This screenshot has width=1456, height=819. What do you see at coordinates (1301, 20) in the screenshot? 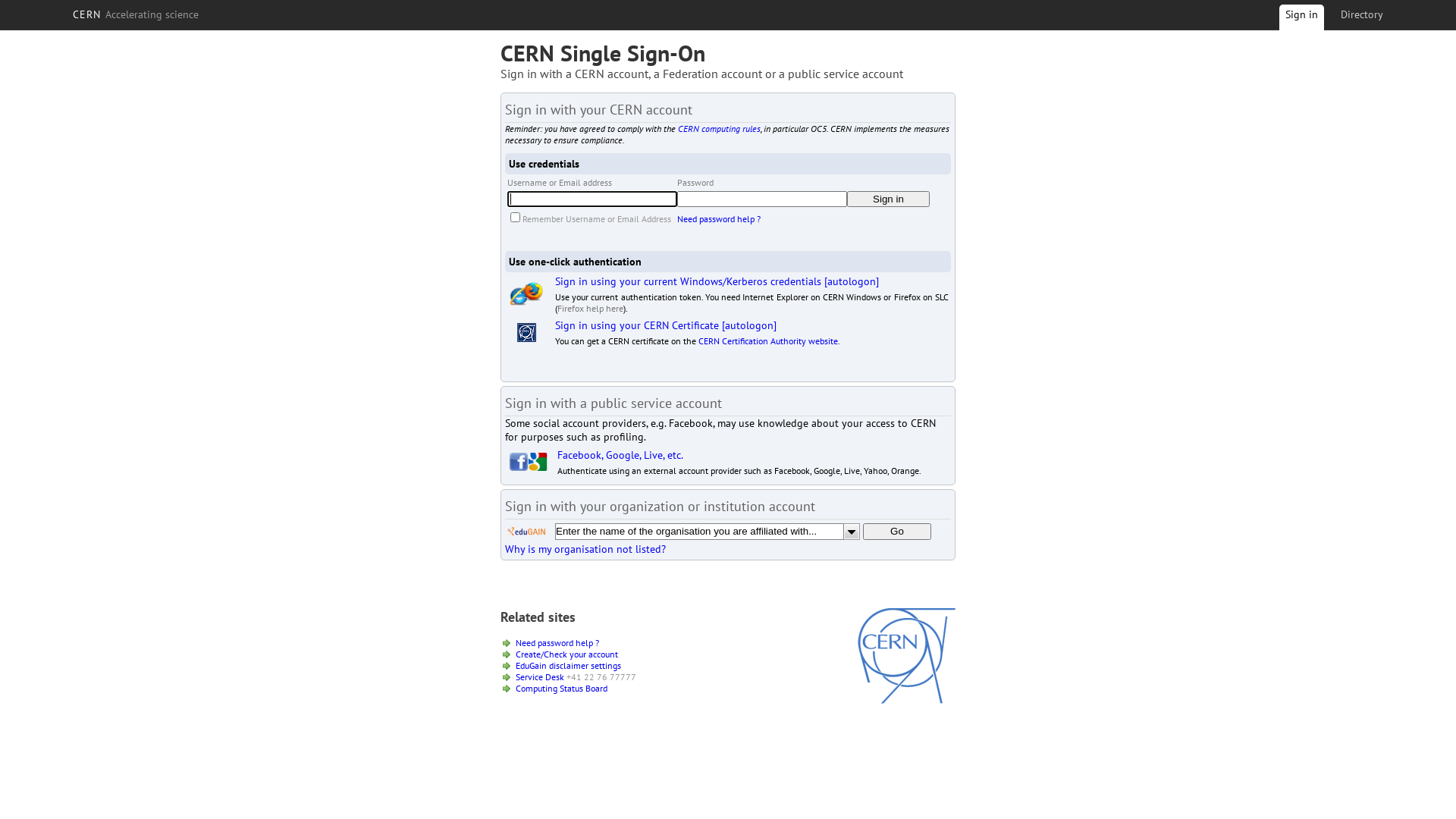
I see `'Sign in'` at bounding box center [1301, 20].